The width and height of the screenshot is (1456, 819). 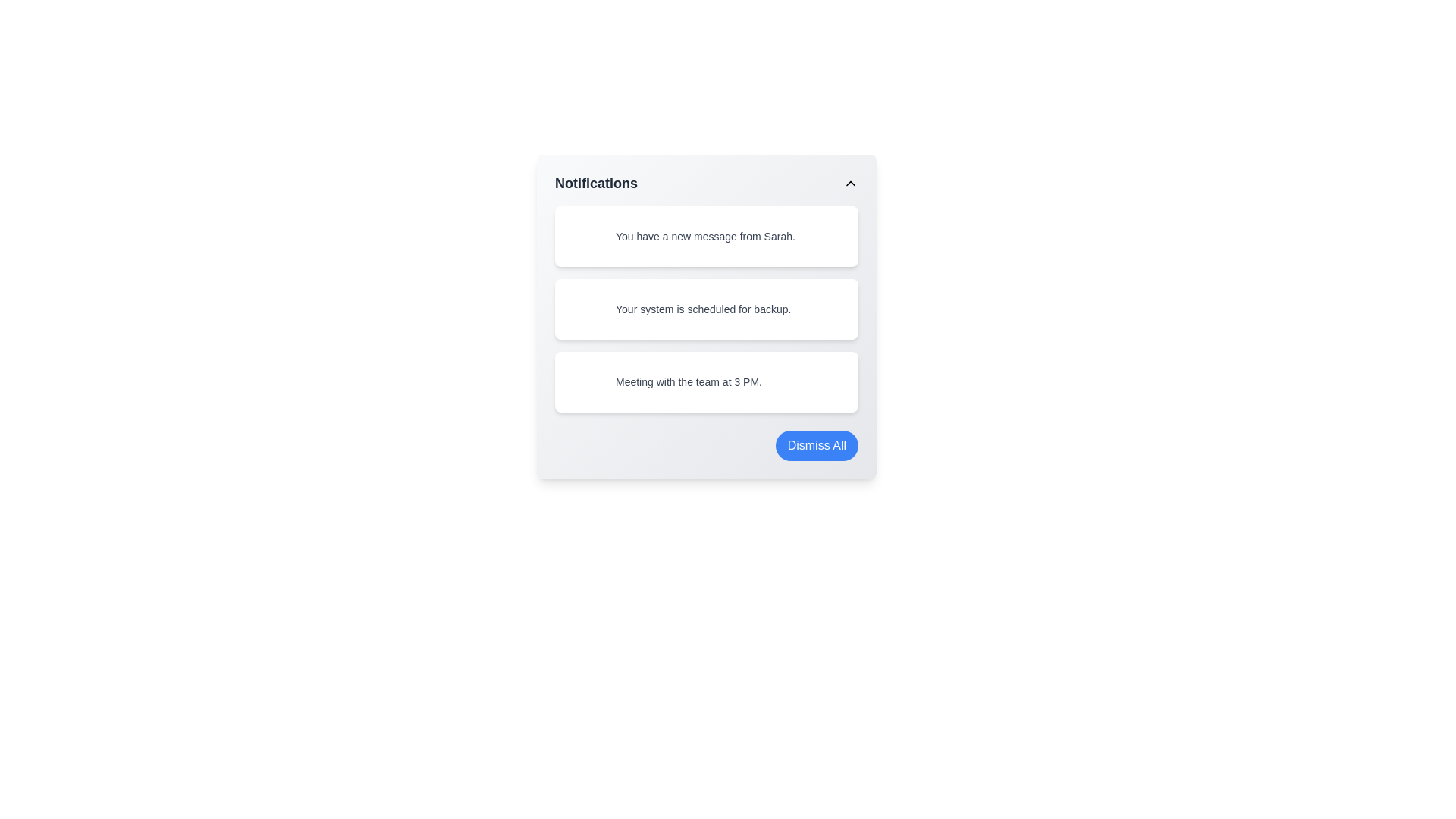 What do you see at coordinates (705, 237) in the screenshot?
I see `the first notification card in the Notifications window, which contains the text 'You have a new message from Sarah.'` at bounding box center [705, 237].